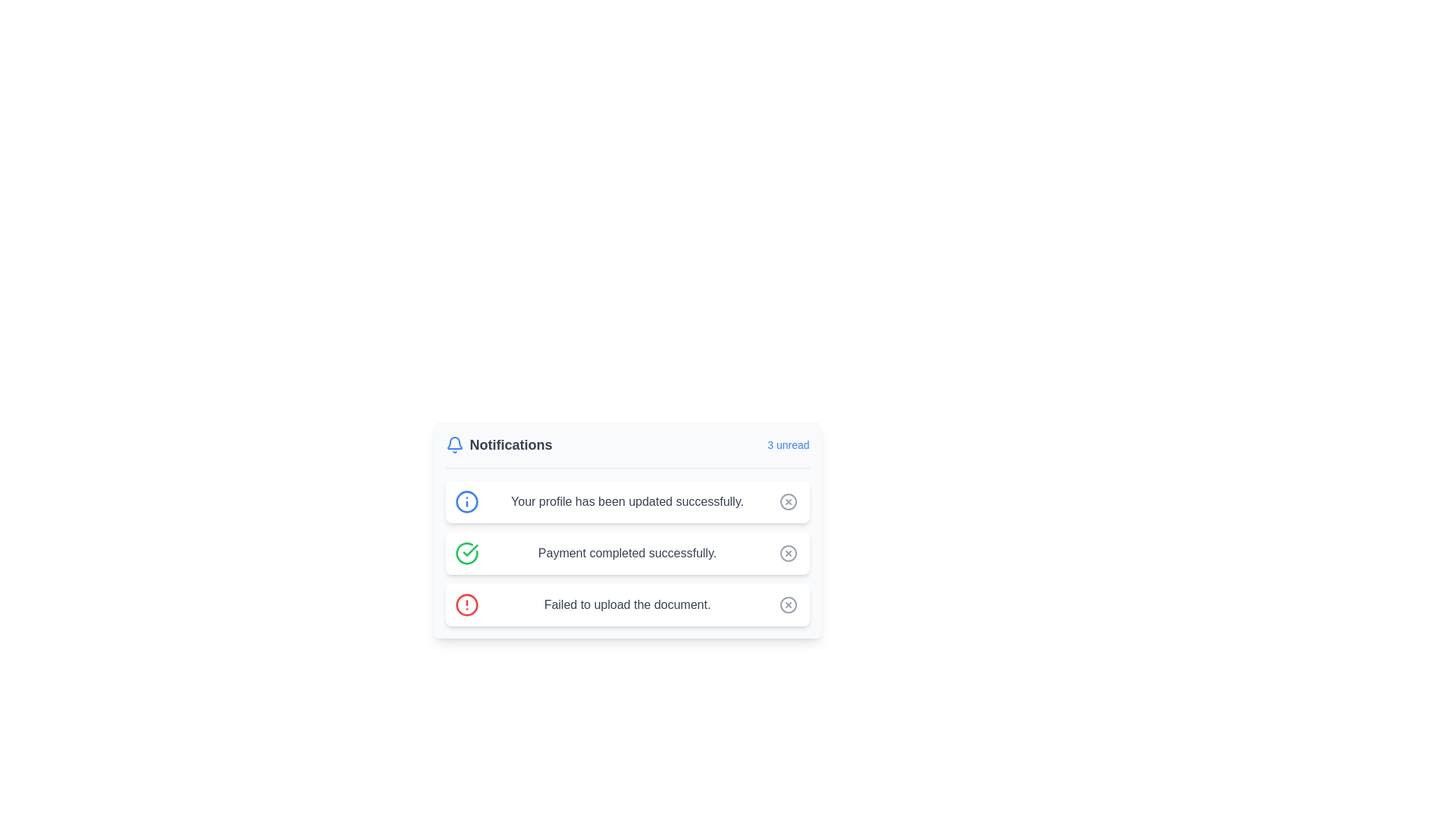 The image size is (1456, 819). I want to click on the error icon in the 'Failed to upload the document.' notification row, so click(788, 553).